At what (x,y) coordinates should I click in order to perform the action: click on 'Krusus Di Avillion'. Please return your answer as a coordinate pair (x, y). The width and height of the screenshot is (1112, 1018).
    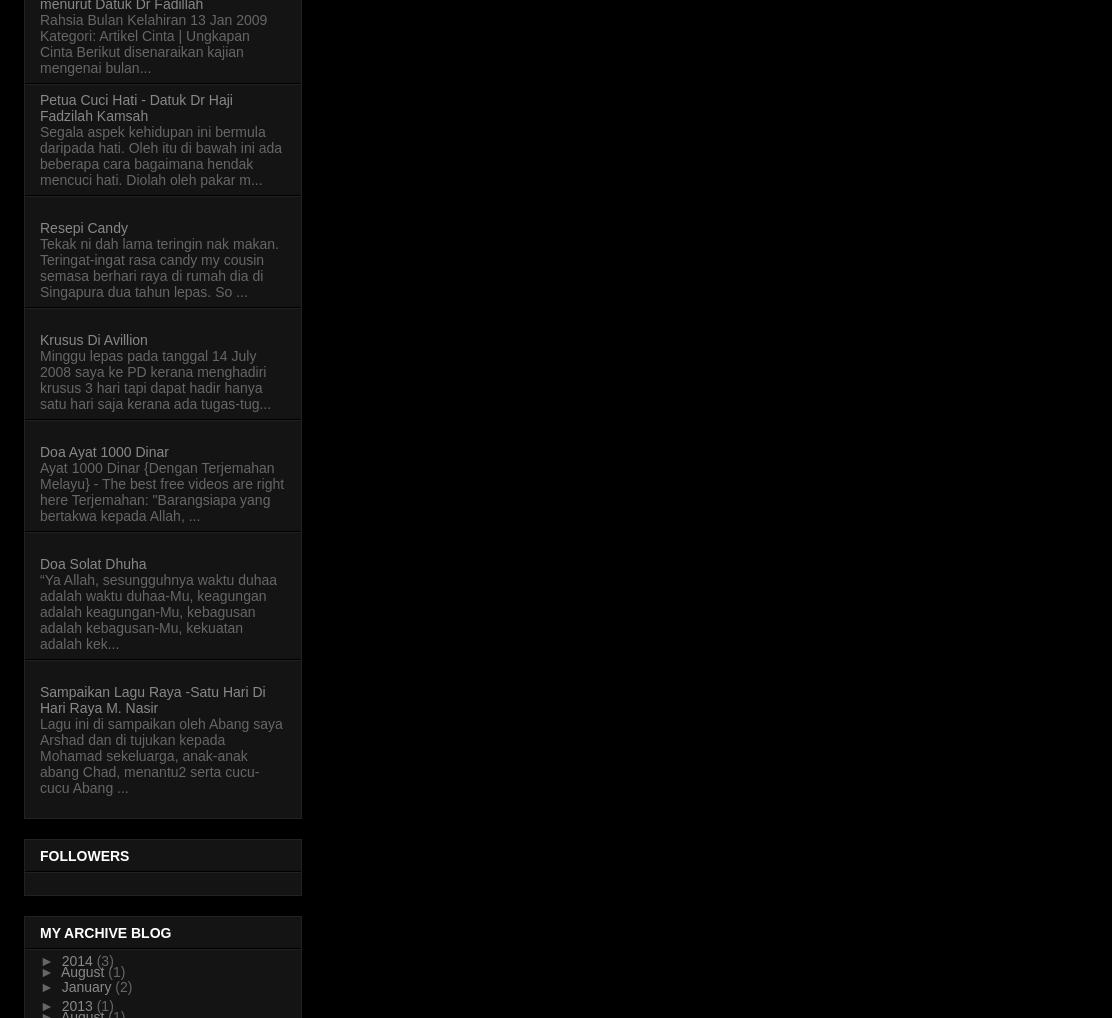
    Looking at the image, I should click on (92, 337).